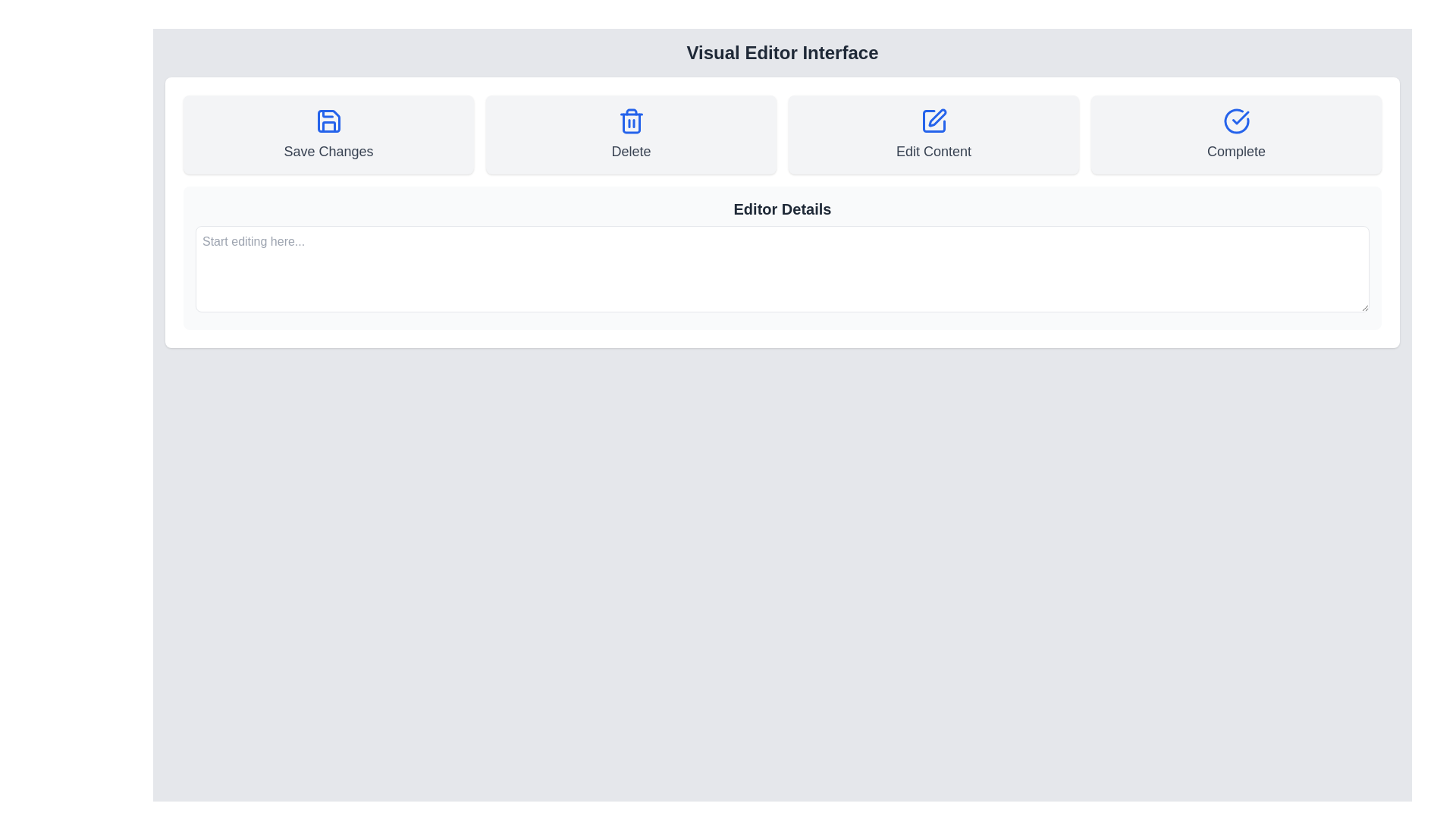 The width and height of the screenshot is (1456, 819). I want to click on the deletion button, which is positioned second from the left in a group of four buttons at the top of the interface, located to the right of the 'Save Changes' button and to the left of the 'Edit Content' button, so click(631, 133).